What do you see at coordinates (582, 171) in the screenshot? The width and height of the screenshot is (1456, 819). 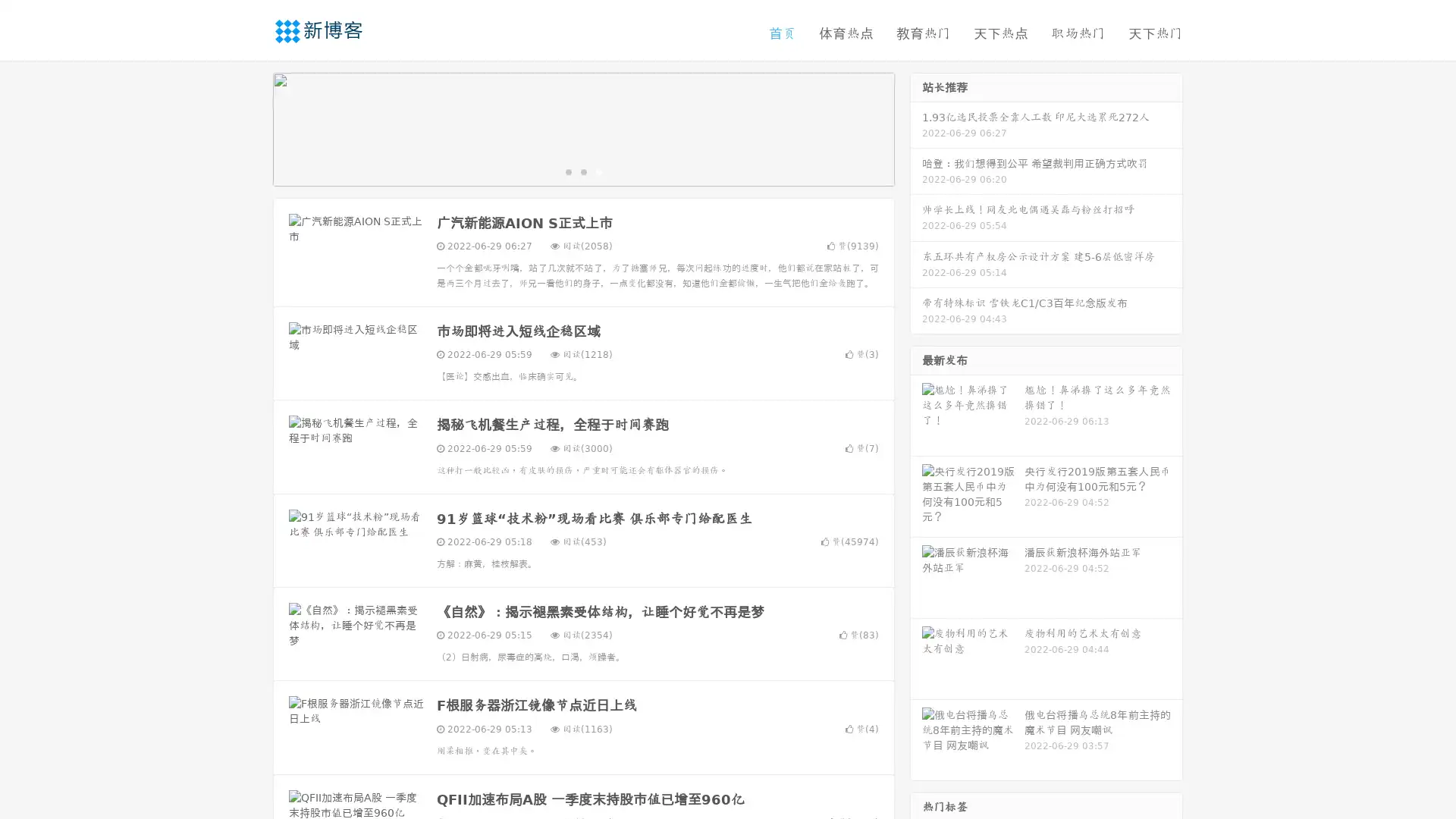 I see `Go to slide 2` at bounding box center [582, 171].